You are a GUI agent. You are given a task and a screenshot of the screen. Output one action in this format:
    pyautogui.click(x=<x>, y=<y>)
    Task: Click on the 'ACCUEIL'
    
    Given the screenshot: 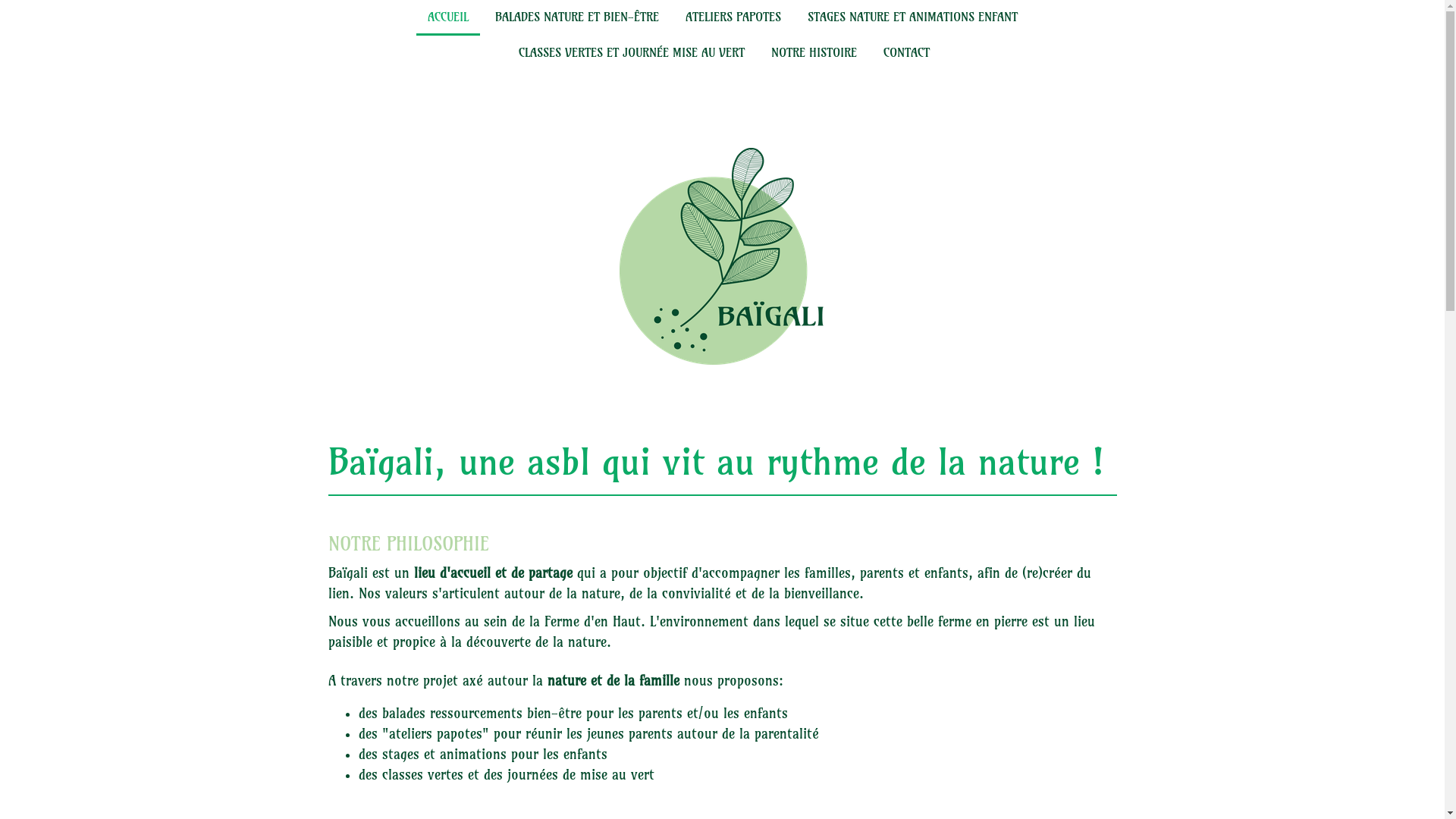 What is the action you would take?
    pyautogui.click(x=447, y=17)
    